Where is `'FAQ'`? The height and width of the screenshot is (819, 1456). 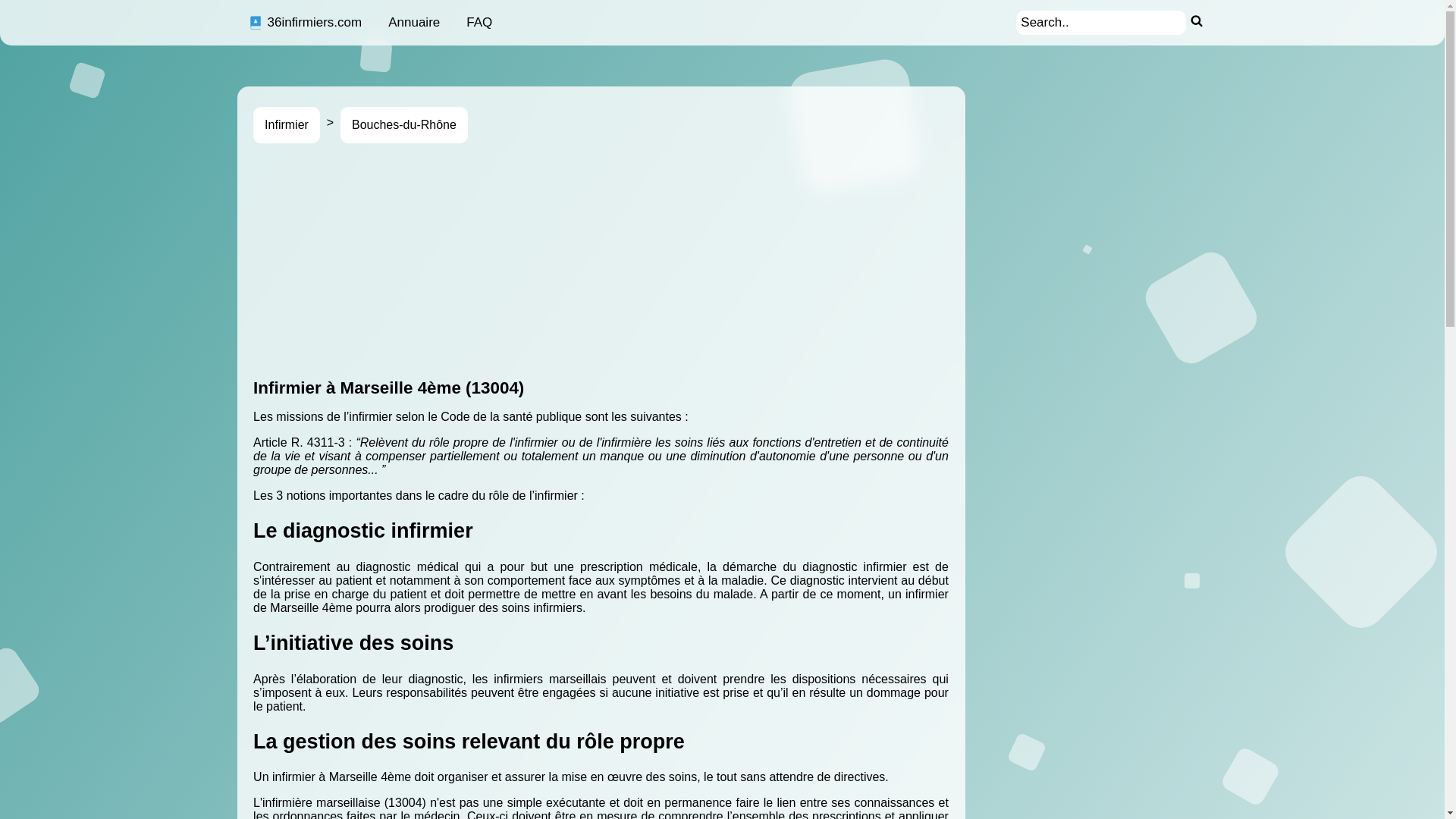
'FAQ' is located at coordinates (479, 23).